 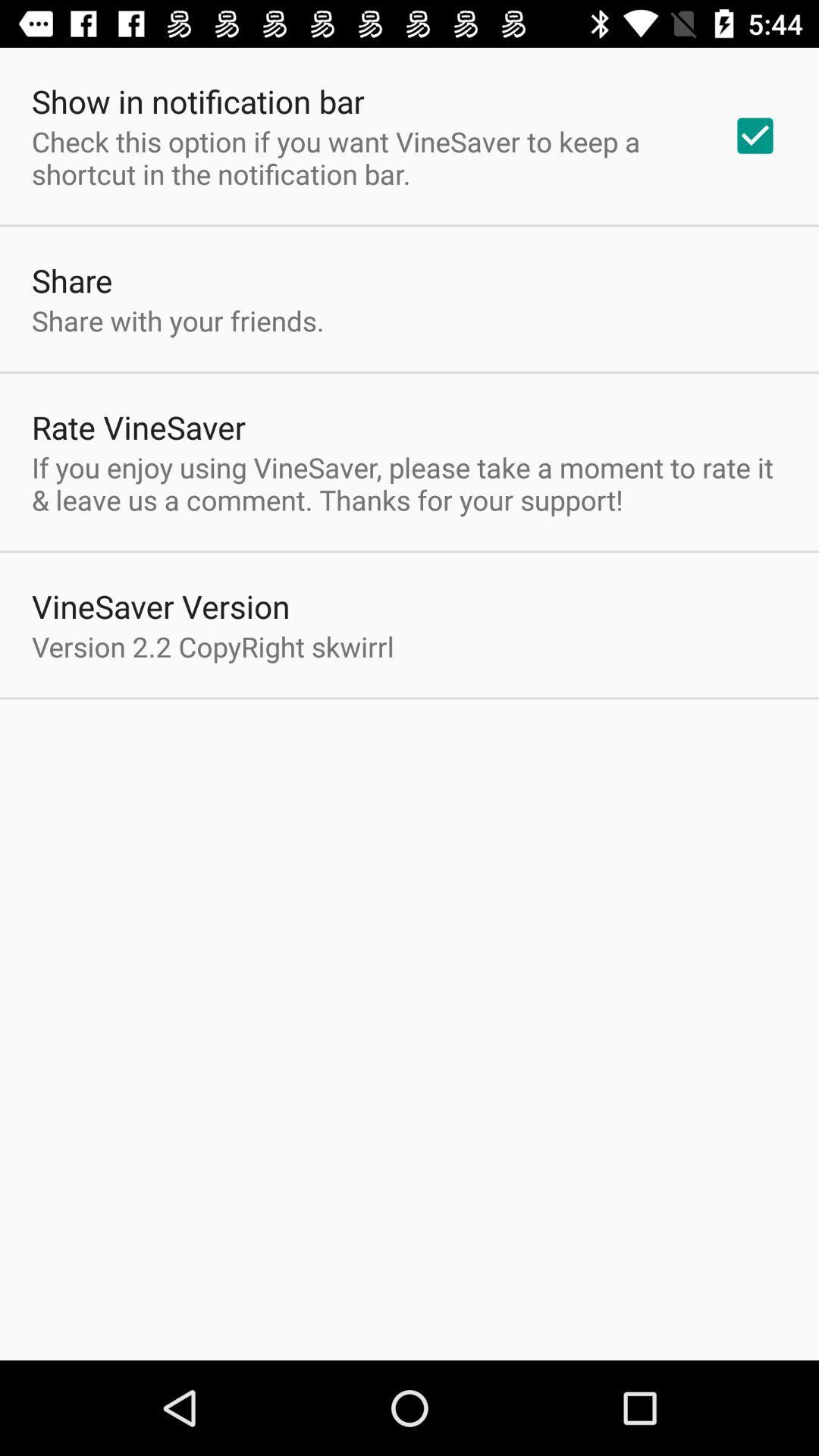 What do you see at coordinates (362, 158) in the screenshot?
I see `the check this option app` at bounding box center [362, 158].